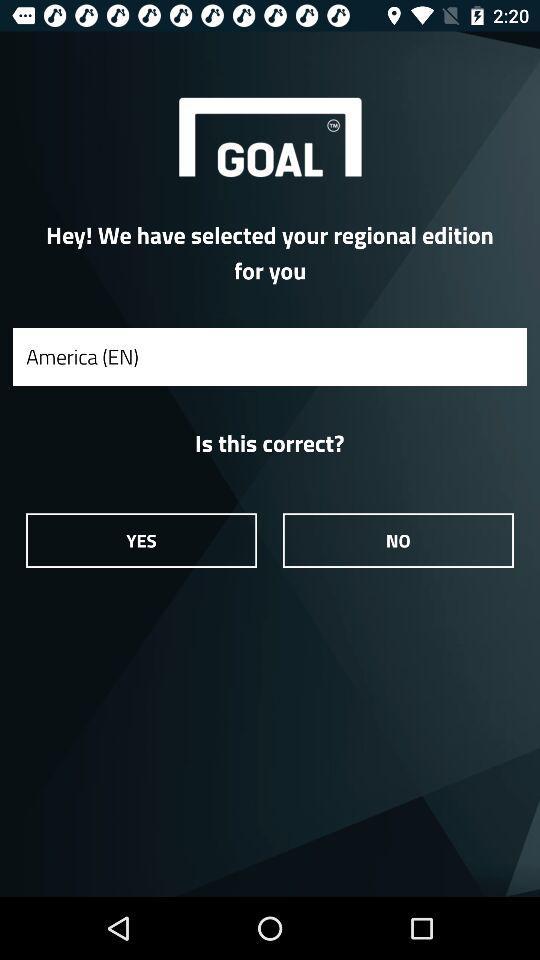  Describe the element at coordinates (140, 539) in the screenshot. I see `the item to the left of no` at that location.